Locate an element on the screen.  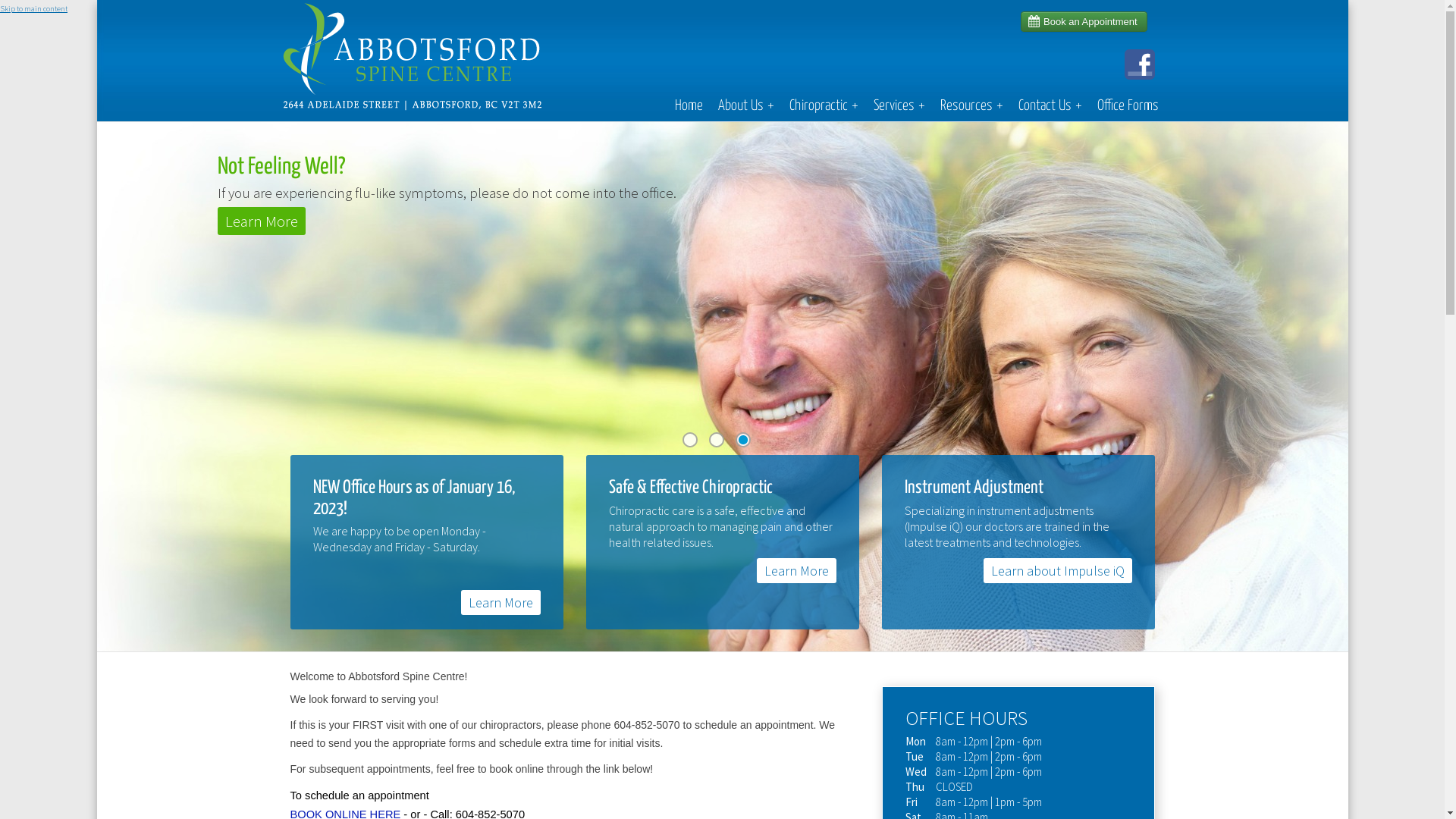
'Learn about Impulse iQ' is located at coordinates (1056, 570).